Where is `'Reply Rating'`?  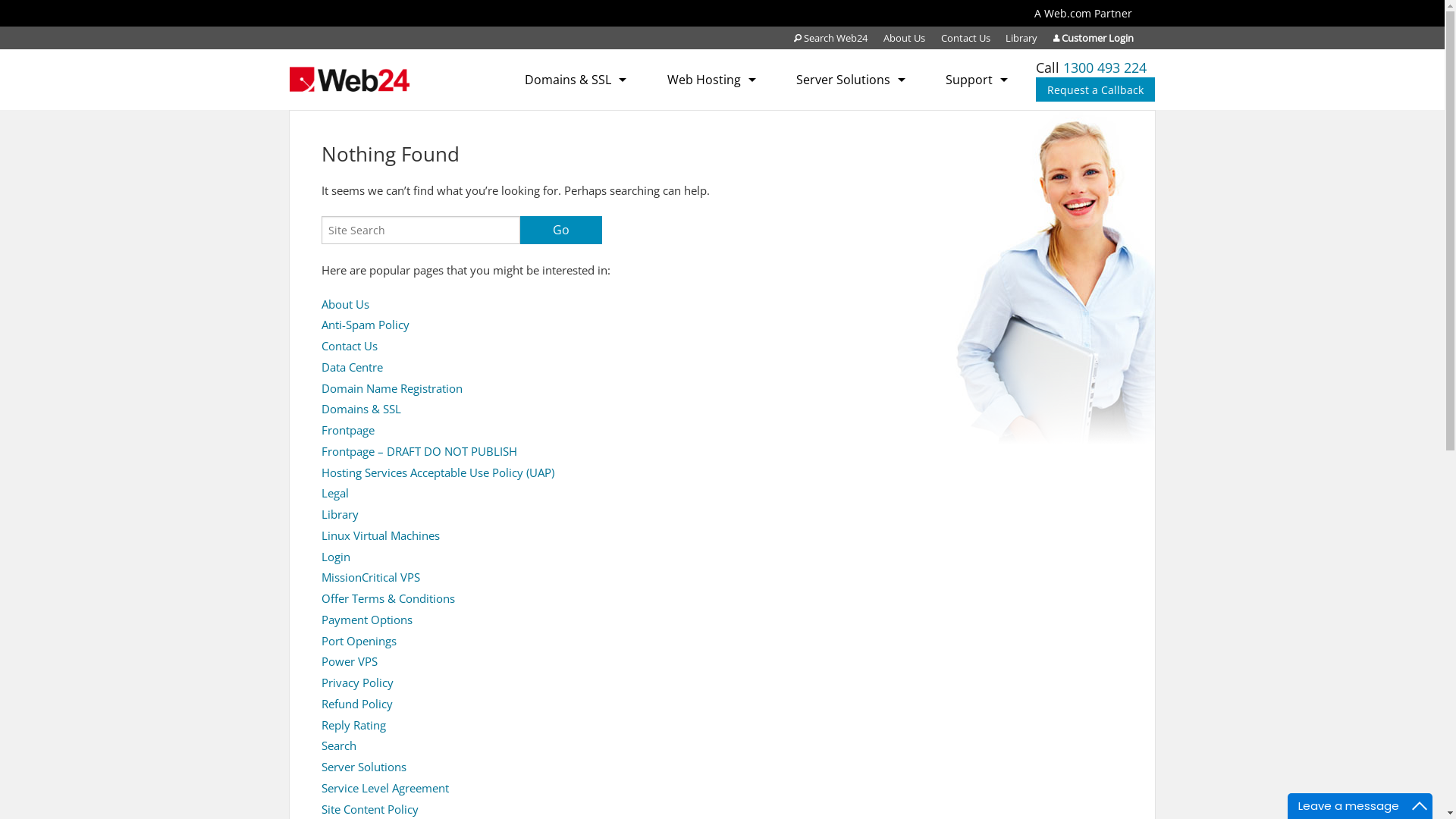 'Reply Rating' is located at coordinates (353, 724).